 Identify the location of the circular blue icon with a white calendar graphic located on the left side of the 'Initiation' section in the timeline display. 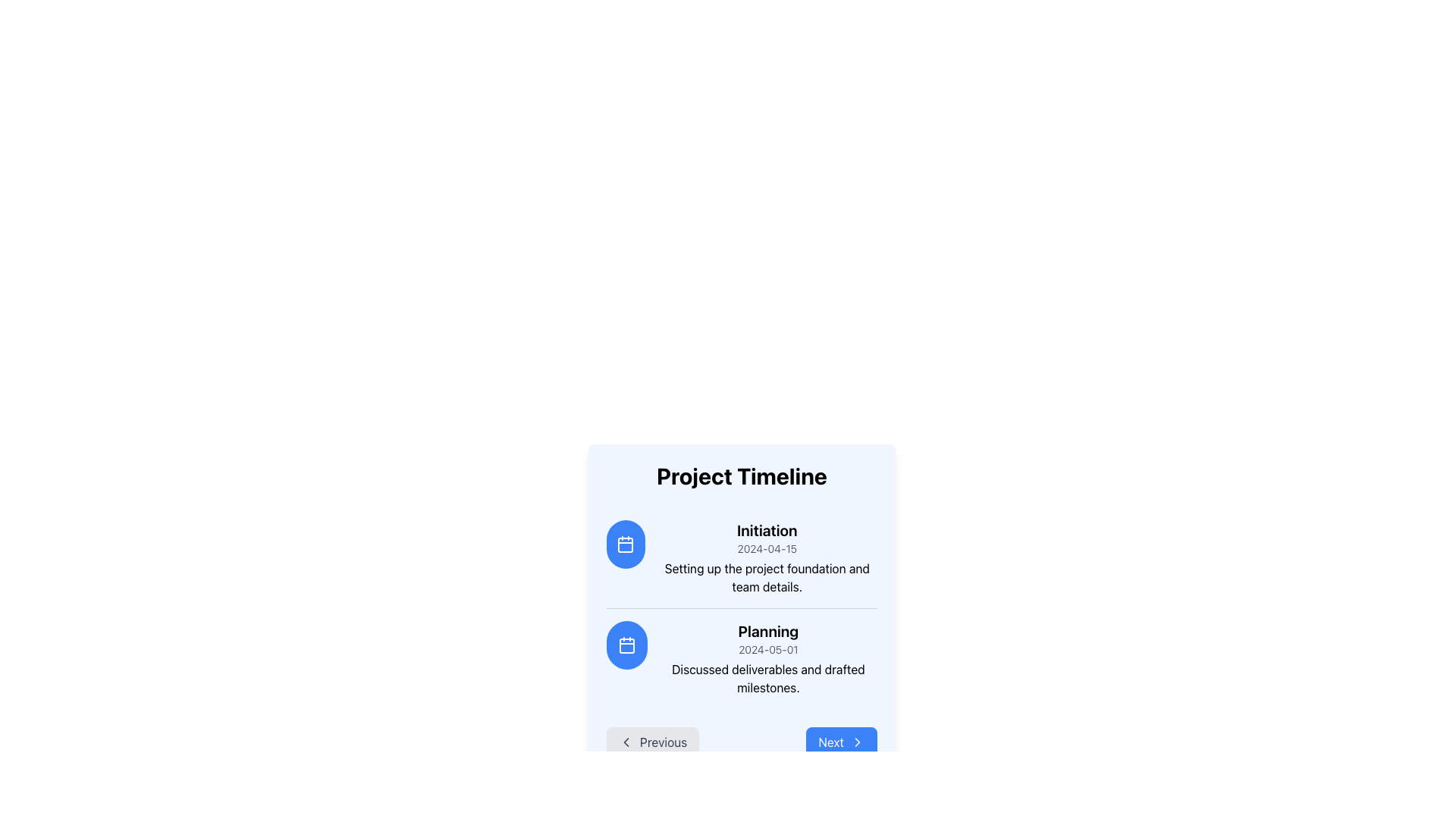
(626, 543).